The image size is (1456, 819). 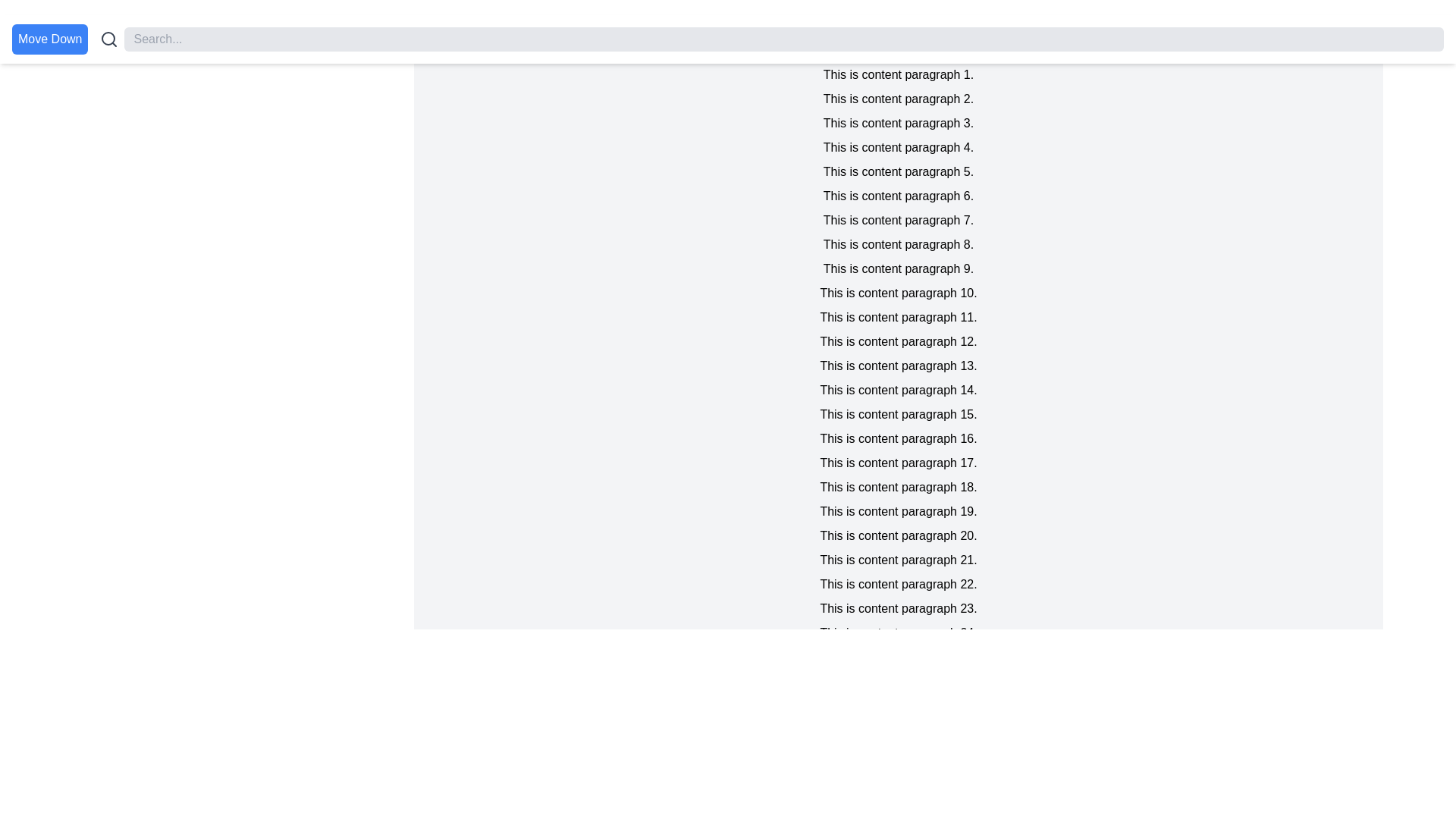 I want to click on on the text paragraph reading 'This is content paragraph 6.', so click(x=899, y=195).